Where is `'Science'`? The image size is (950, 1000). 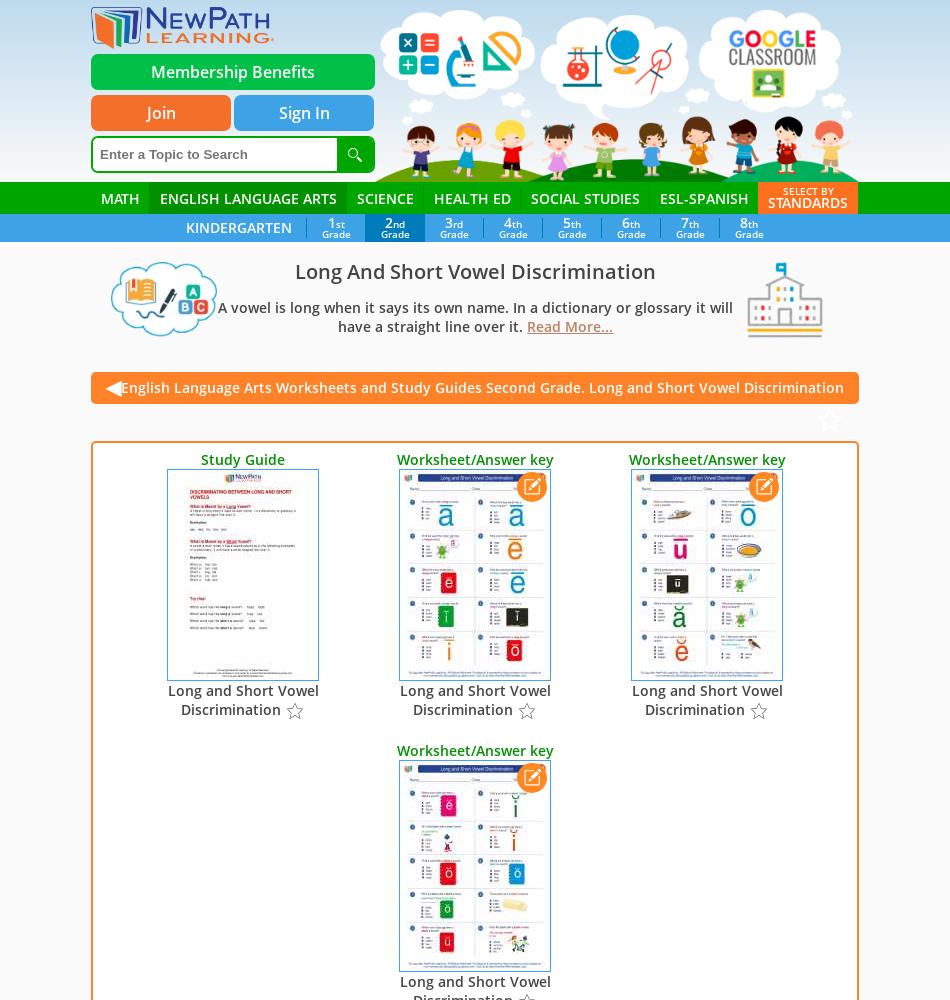 'Science' is located at coordinates (384, 197).